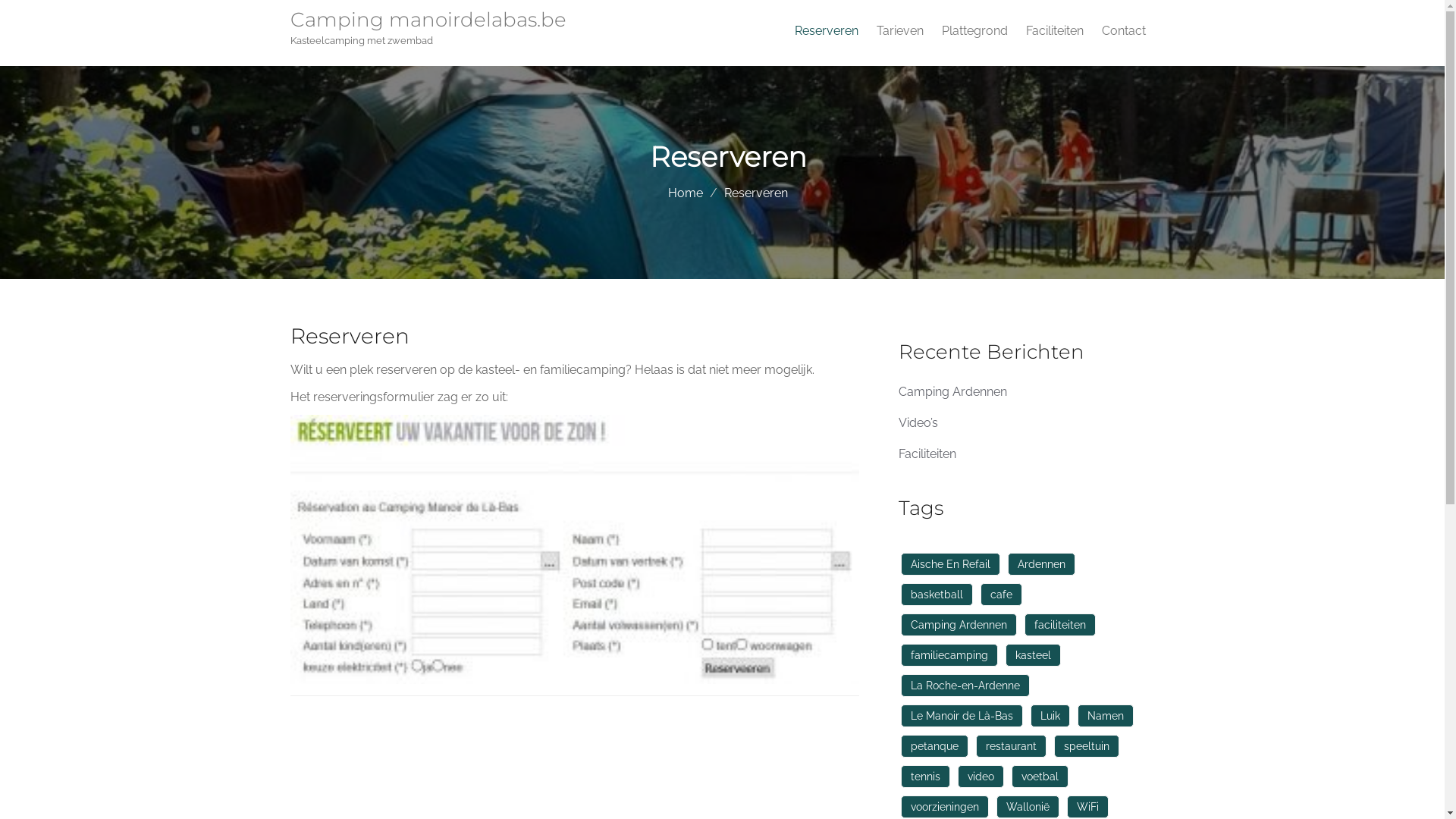  What do you see at coordinates (1058, 625) in the screenshot?
I see `'faciliteiten'` at bounding box center [1058, 625].